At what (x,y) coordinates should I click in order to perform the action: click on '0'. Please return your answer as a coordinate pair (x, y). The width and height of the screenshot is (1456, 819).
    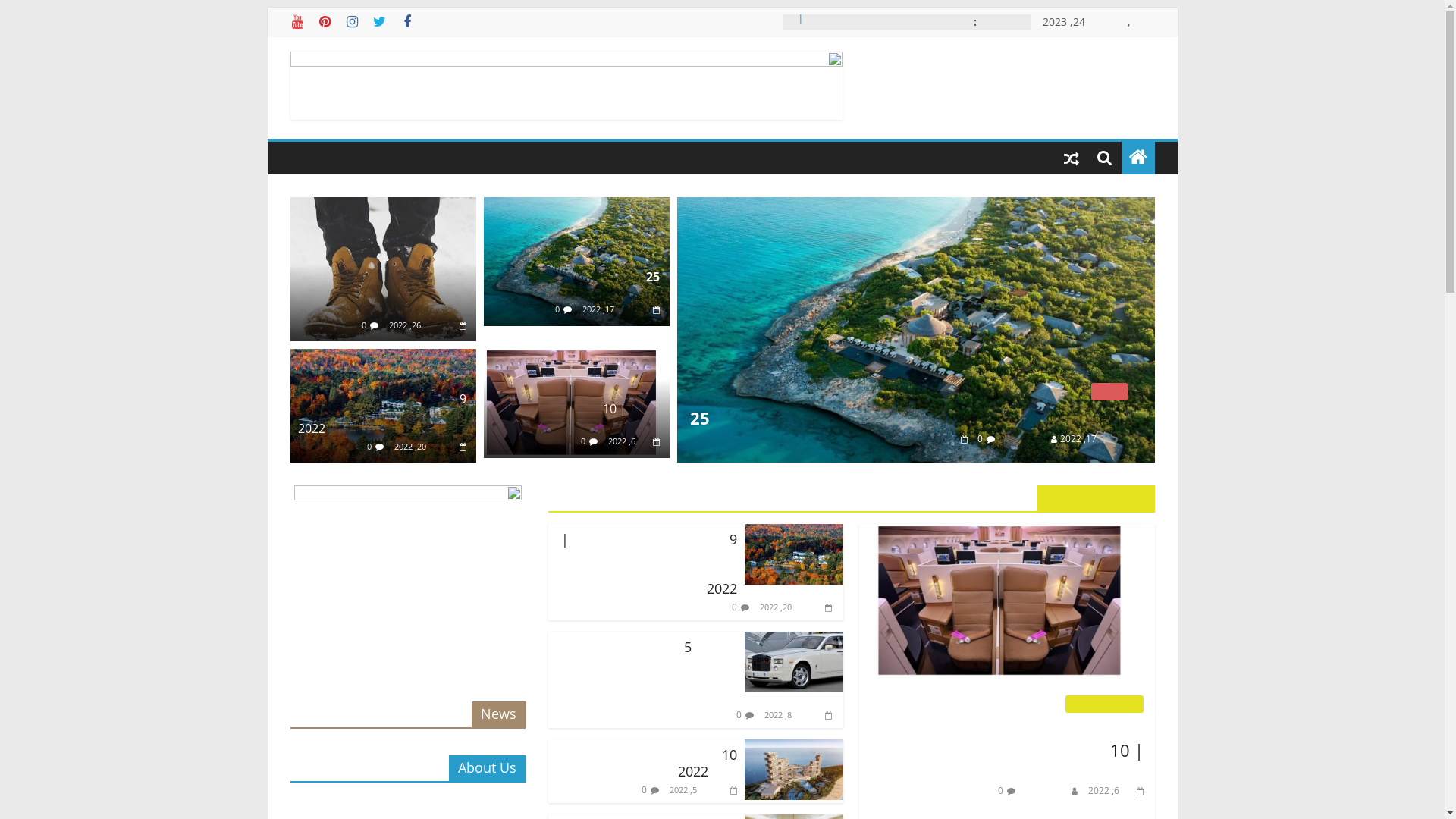
    Looking at the image, I should click on (369, 445).